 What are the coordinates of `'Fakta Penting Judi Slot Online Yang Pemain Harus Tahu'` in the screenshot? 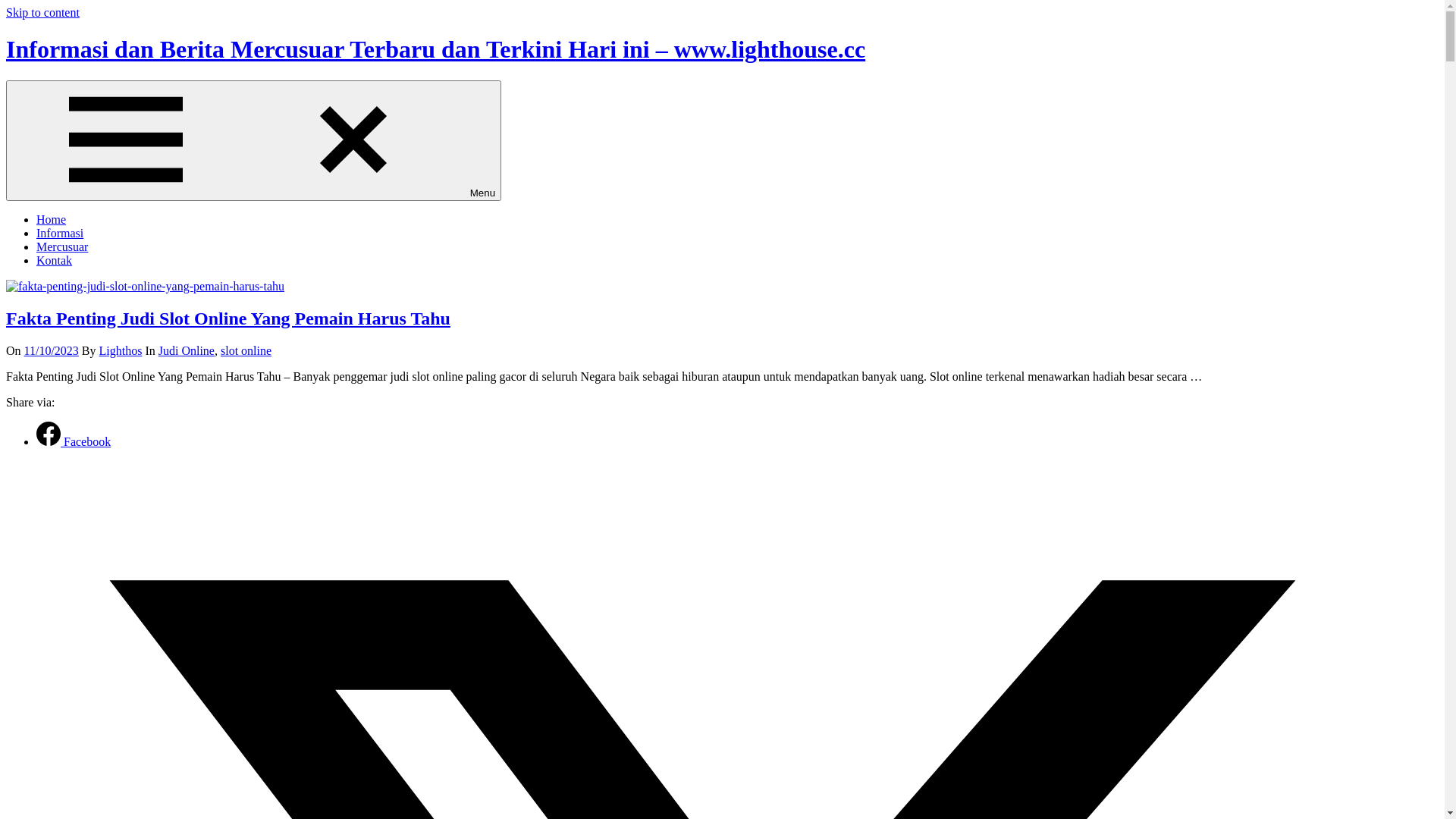 It's located at (227, 318).